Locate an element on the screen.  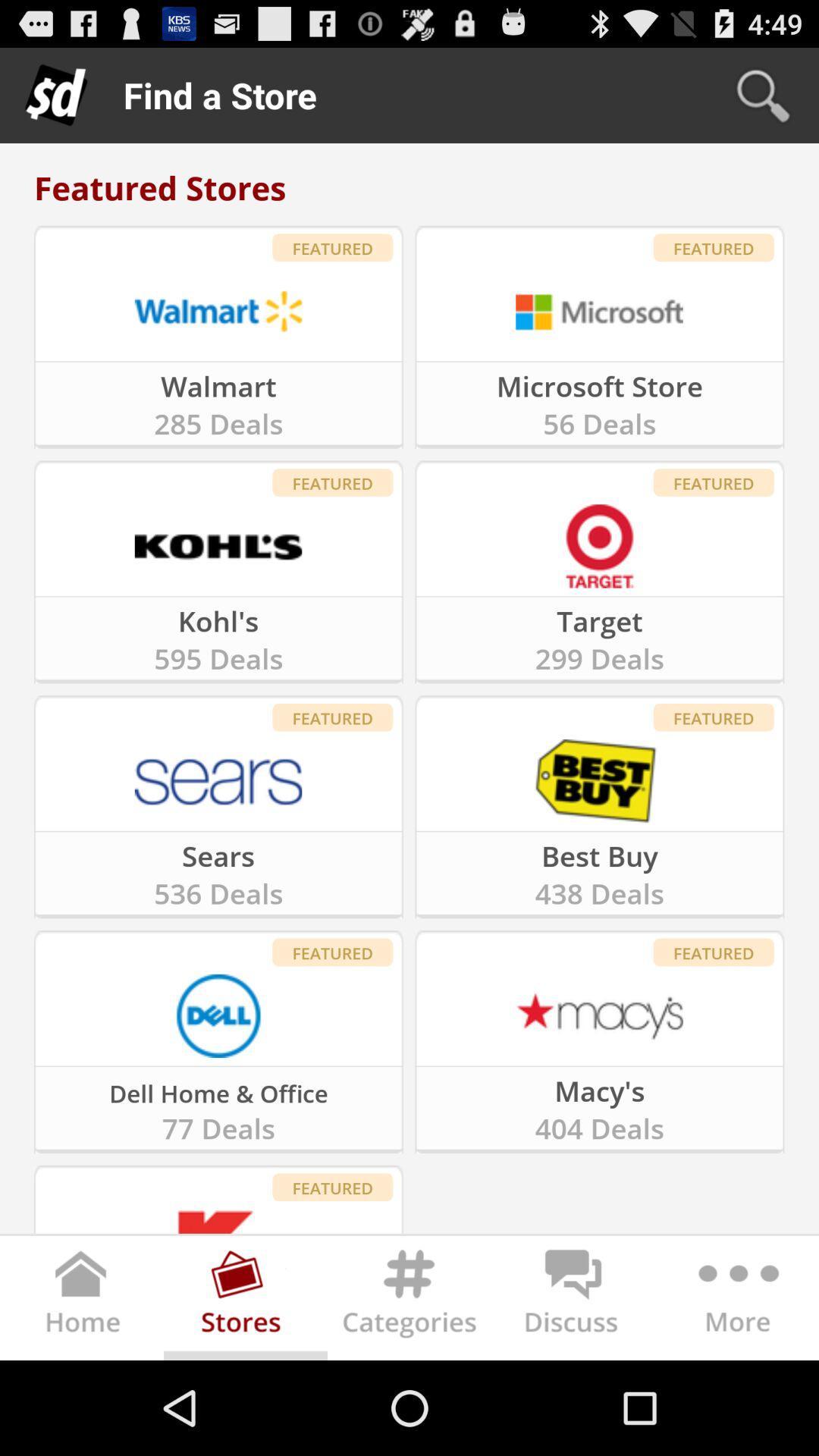
opens categories tab is located at coordinates (409, 1301).